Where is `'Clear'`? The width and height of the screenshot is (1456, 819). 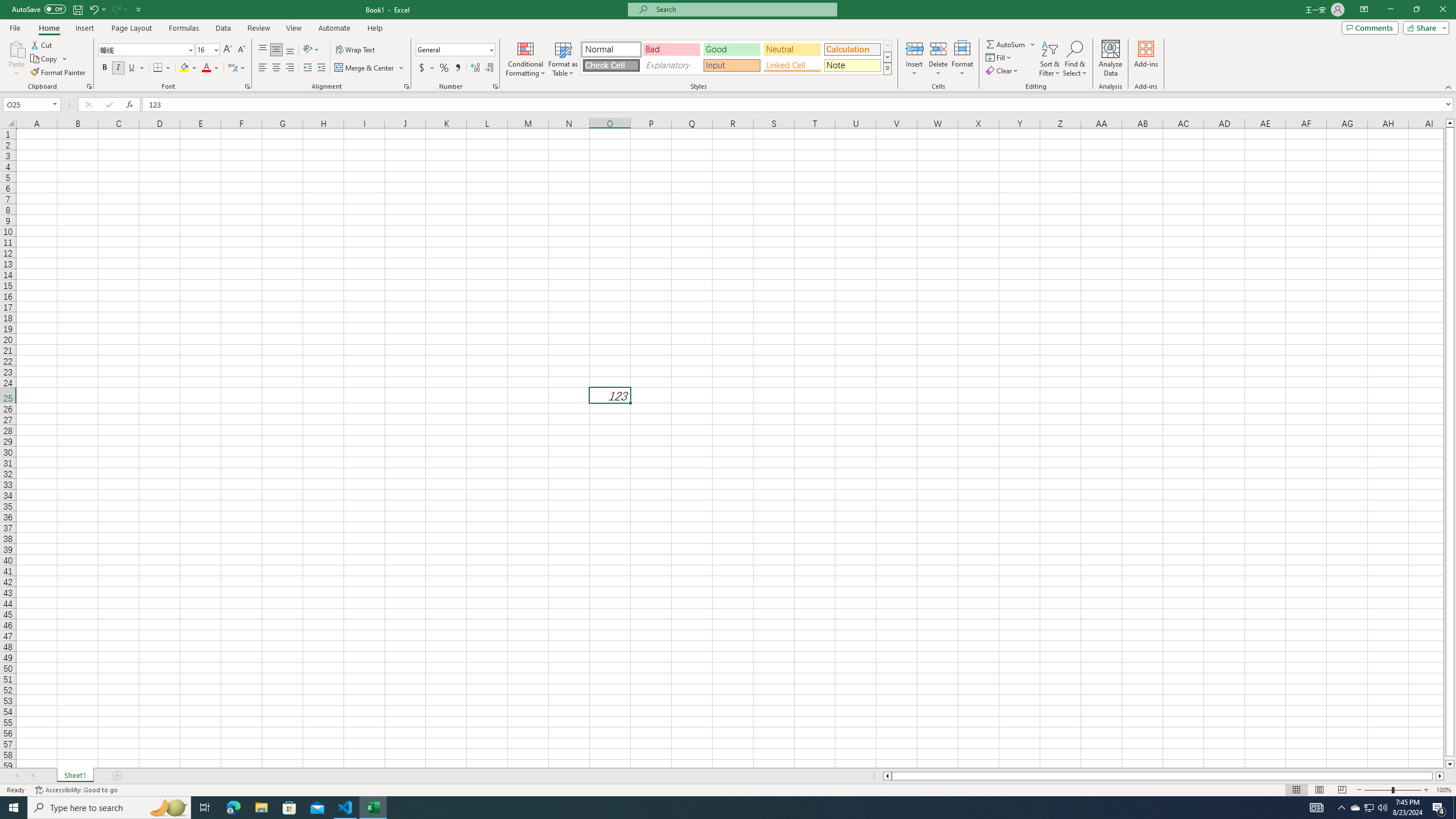
'Clear' is located at coordinates (1002, 69).